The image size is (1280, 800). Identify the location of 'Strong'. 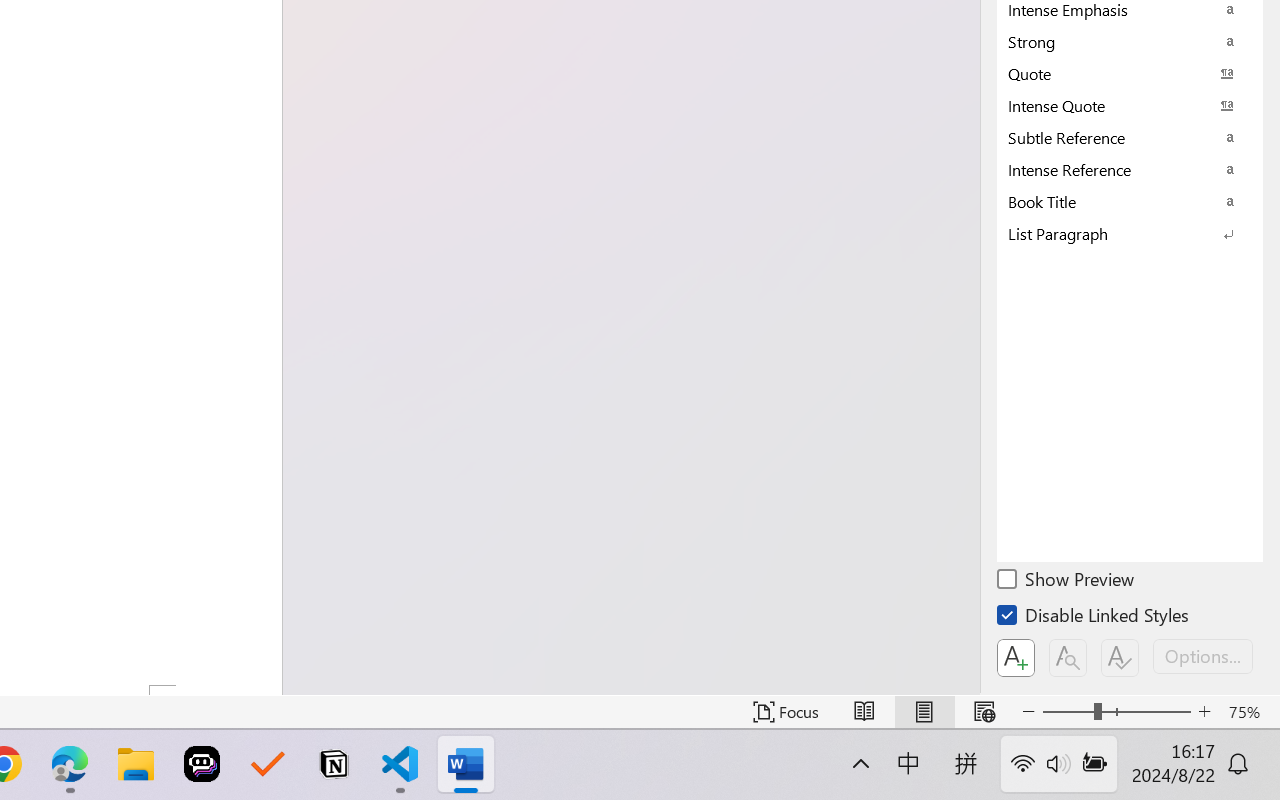
(1130, 40).